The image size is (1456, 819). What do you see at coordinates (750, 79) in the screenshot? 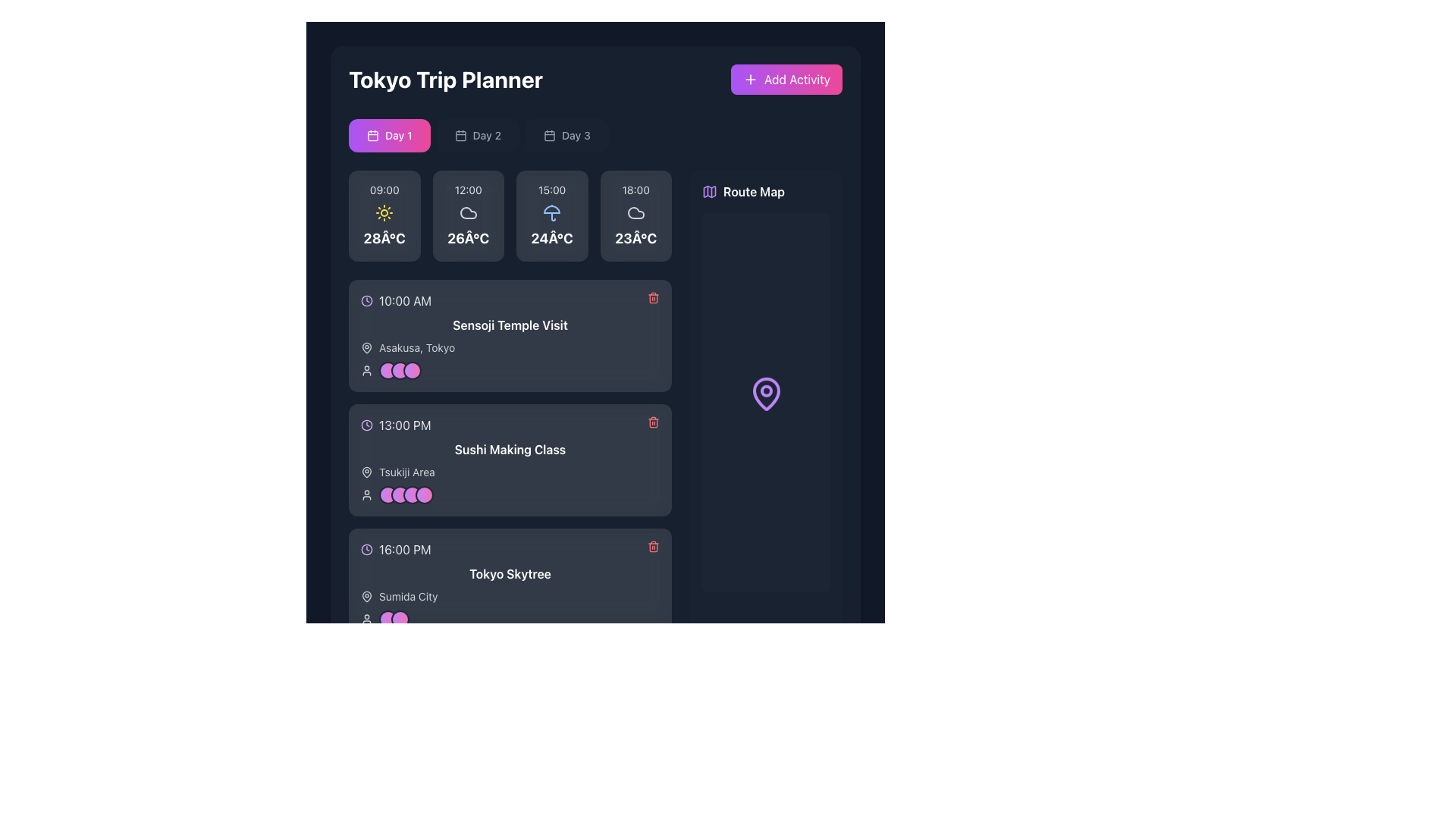
I see `the '+' icon inside the 'Add Activity' button in the 'Tokyo Trip Planner' section` at bounding box center [750, 79].